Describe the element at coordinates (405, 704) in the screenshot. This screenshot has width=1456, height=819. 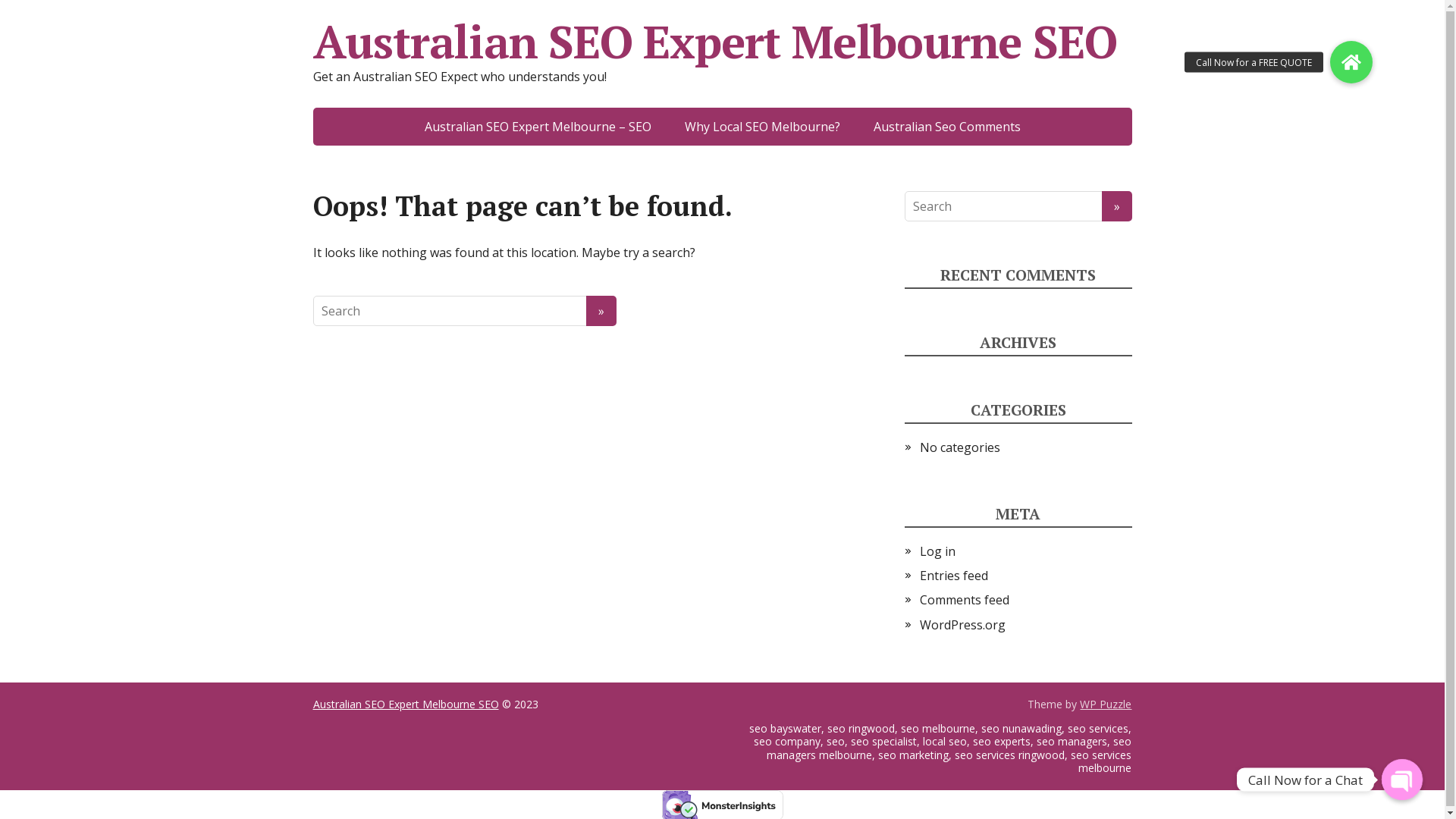
I see `'Australian SEO Expert Melbourne SEO'` at that location.